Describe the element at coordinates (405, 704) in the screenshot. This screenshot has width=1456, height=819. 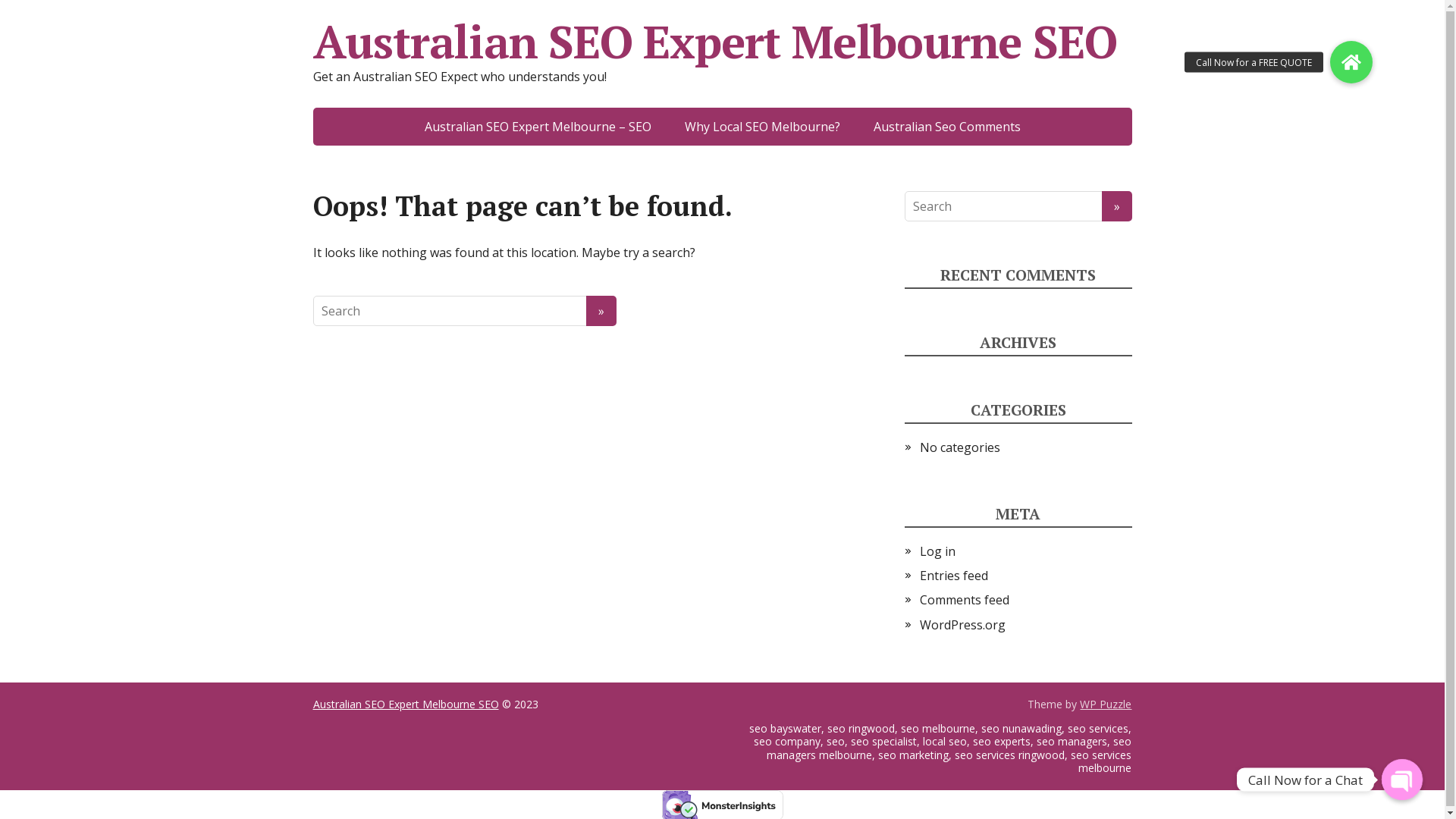
I see `'Australian SEO Expert Melbourne SEO'` at that location.